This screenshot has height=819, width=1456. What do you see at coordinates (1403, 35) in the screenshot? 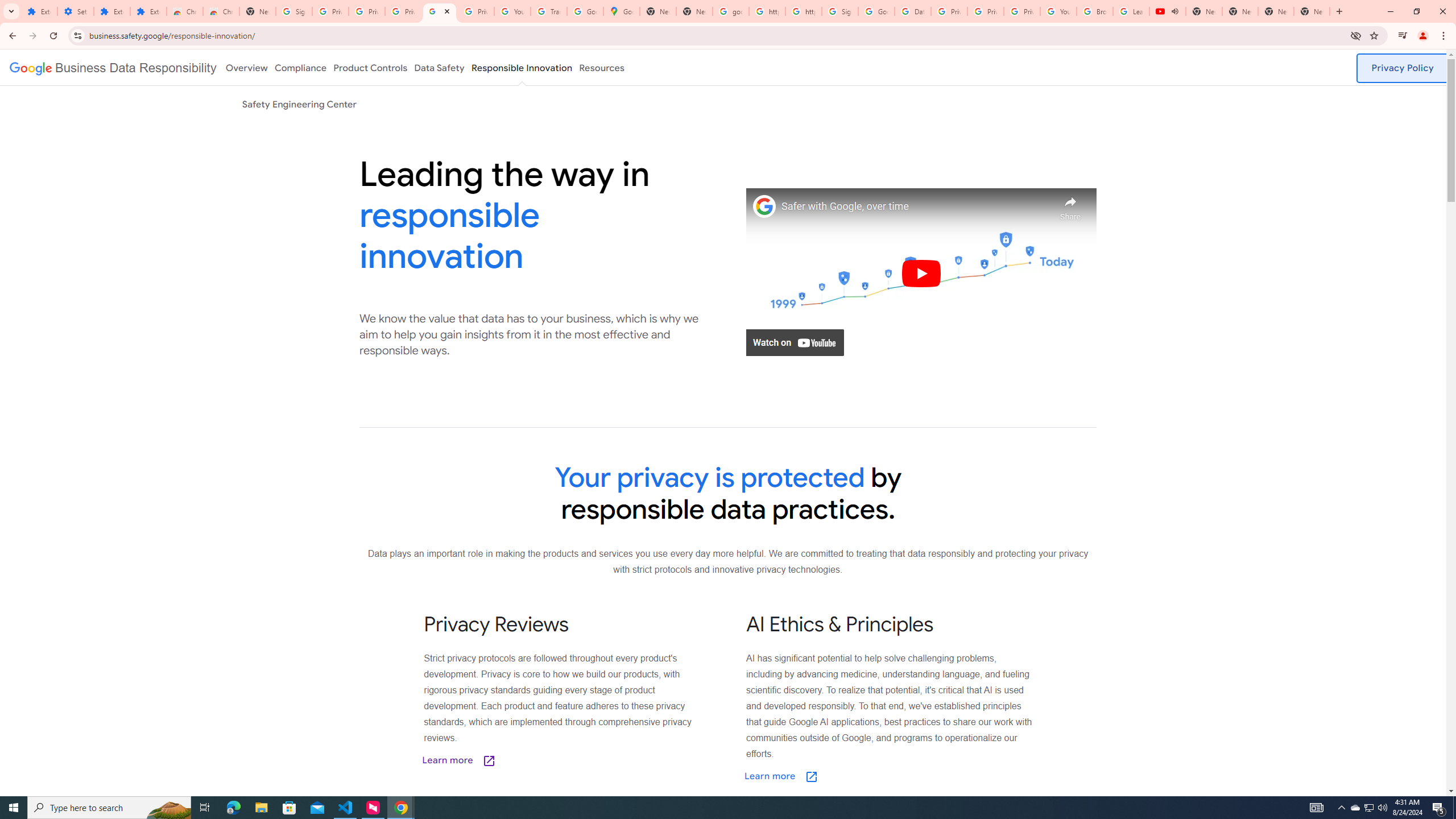
I see `'Control your music, videos, and more'` at bounding box center [1403, 35].